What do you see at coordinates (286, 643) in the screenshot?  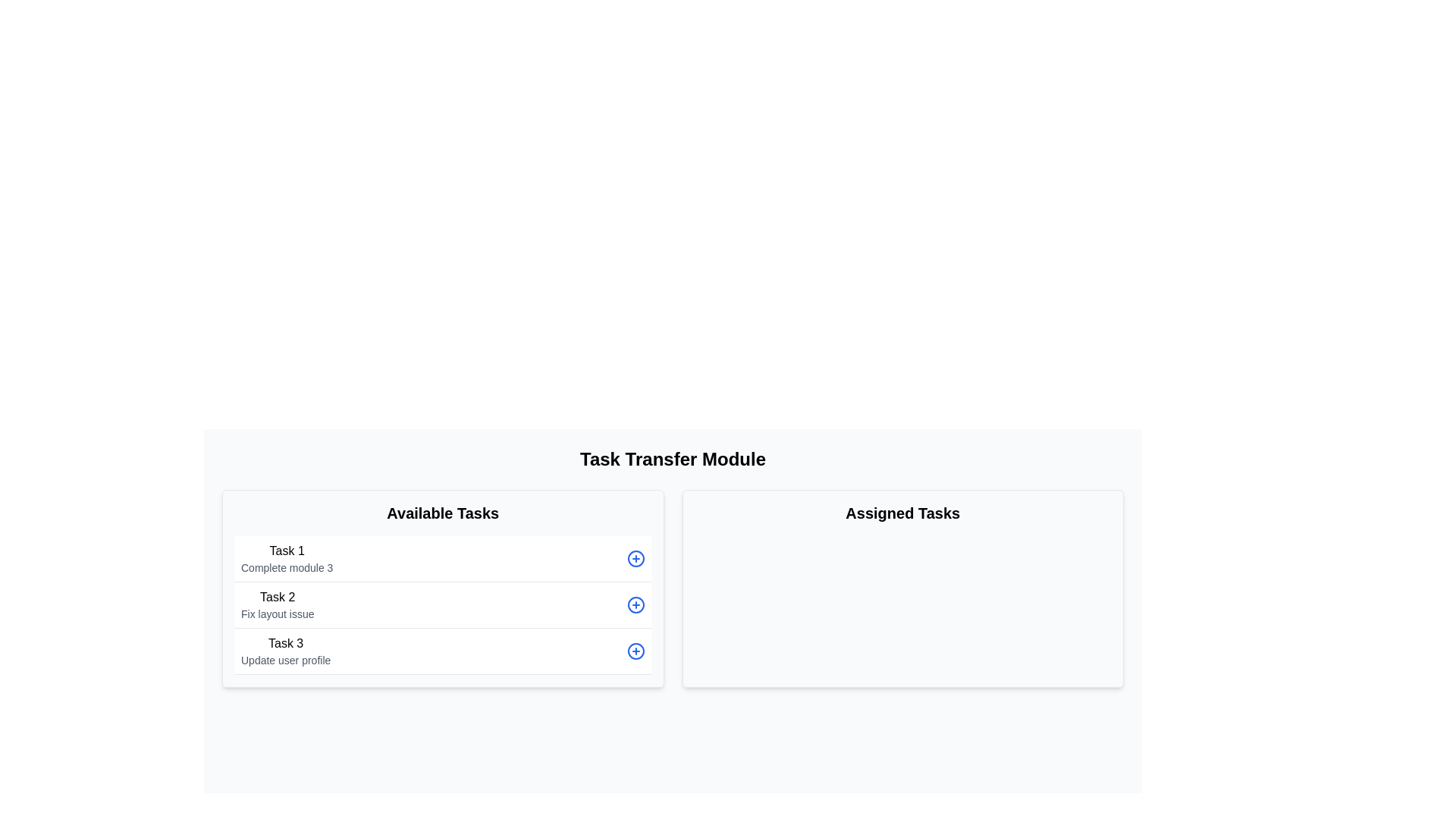 I see `the label identifying the third task in the 'Available Tasks' section of the interface` at bounding box center [286, 643].